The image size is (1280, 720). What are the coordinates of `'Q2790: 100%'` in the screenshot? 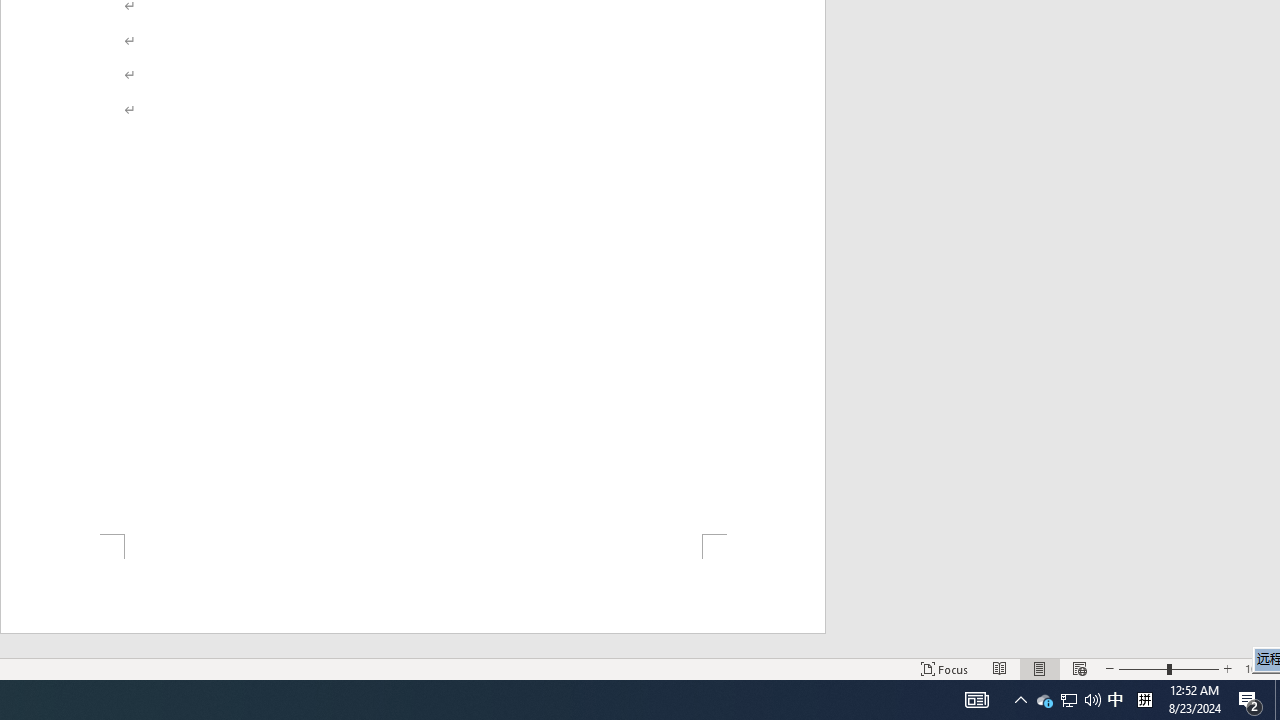 It's located at (1067, 698).